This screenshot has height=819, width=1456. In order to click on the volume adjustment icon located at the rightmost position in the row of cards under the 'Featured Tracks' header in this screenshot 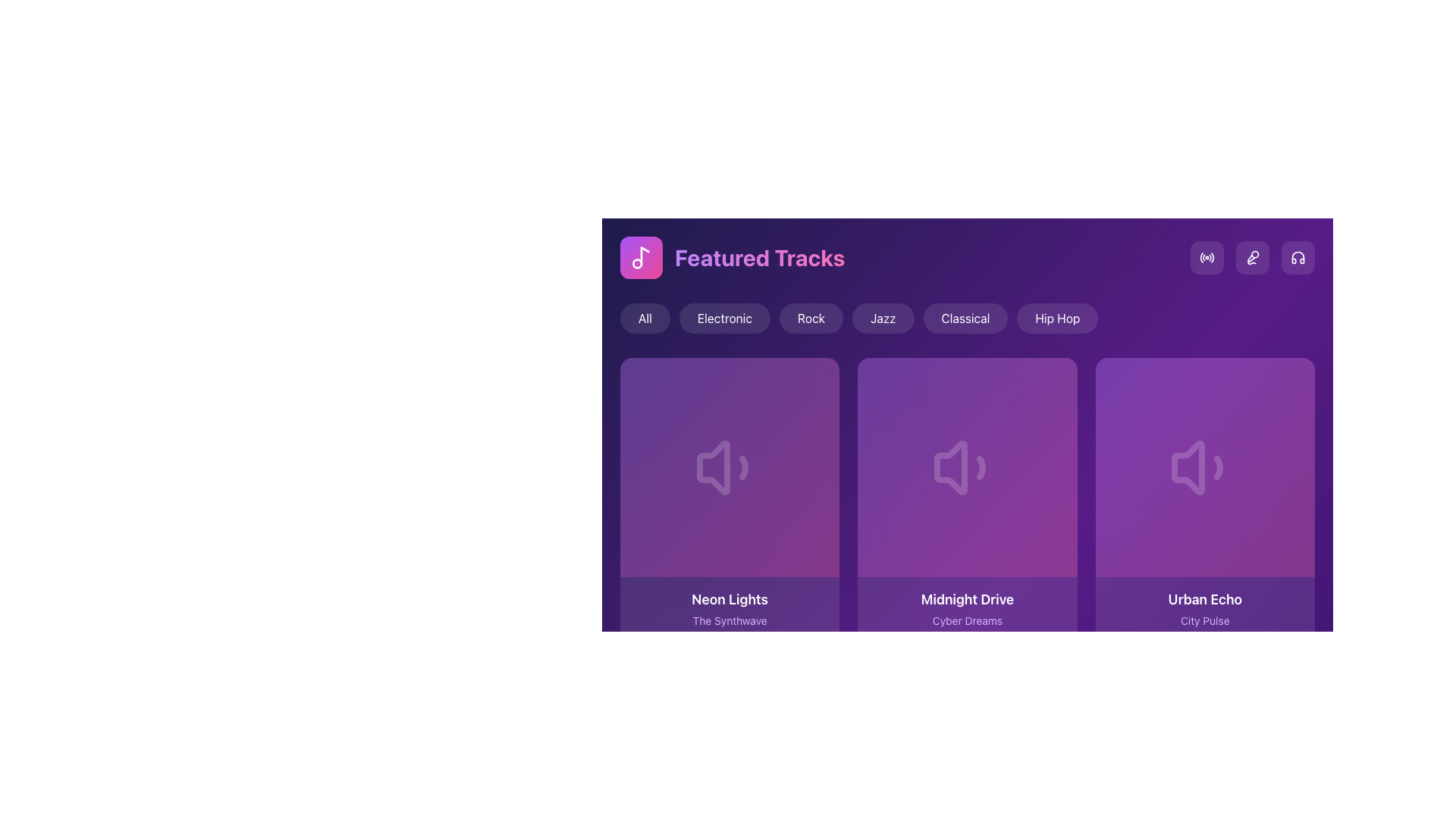, I will do `click(1204, 466)`.